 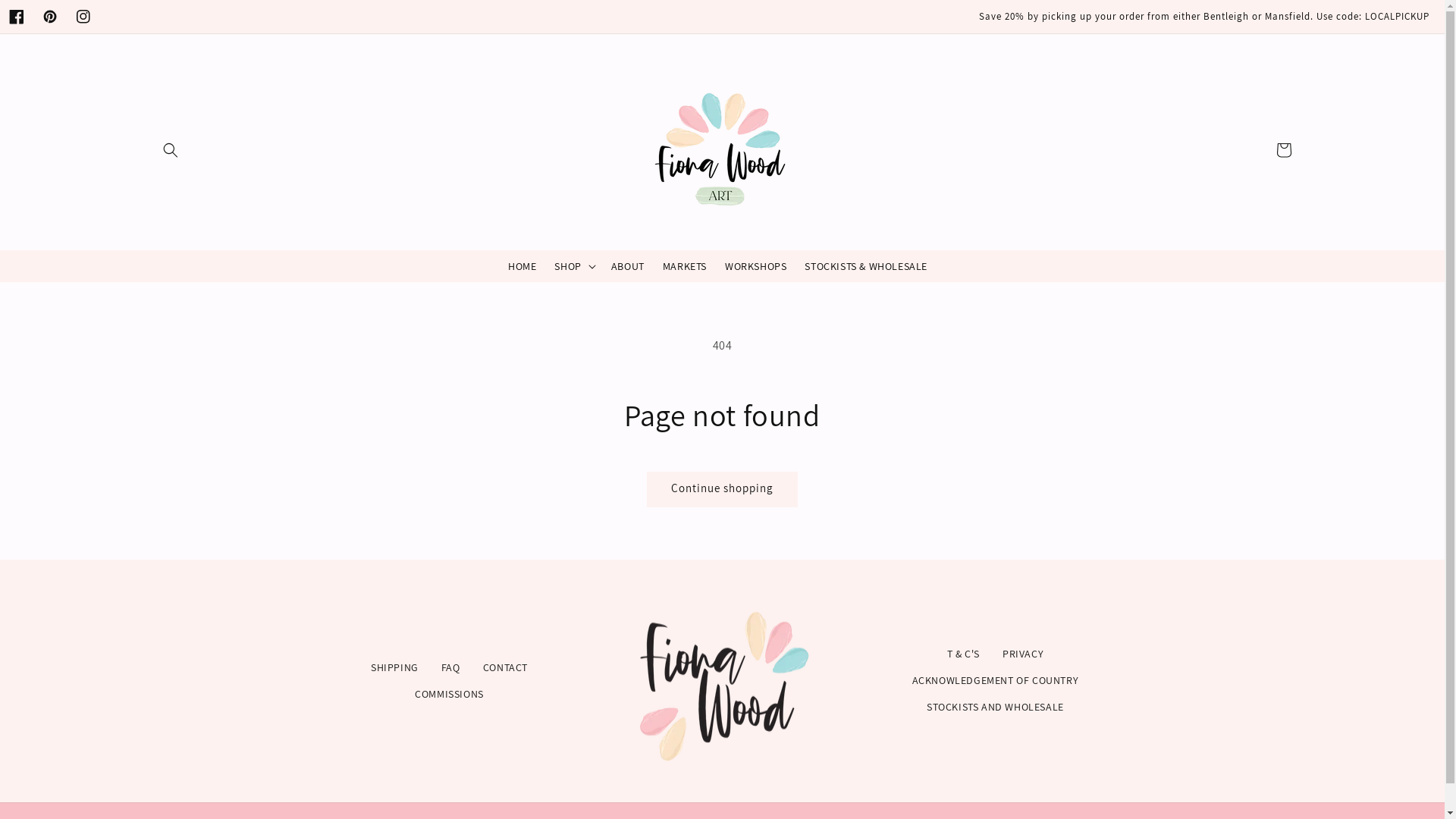 What do you see at coordinates (721, 489) in the screenshot?
I see `'Continue shopping'` at bounding box center [721, 489].